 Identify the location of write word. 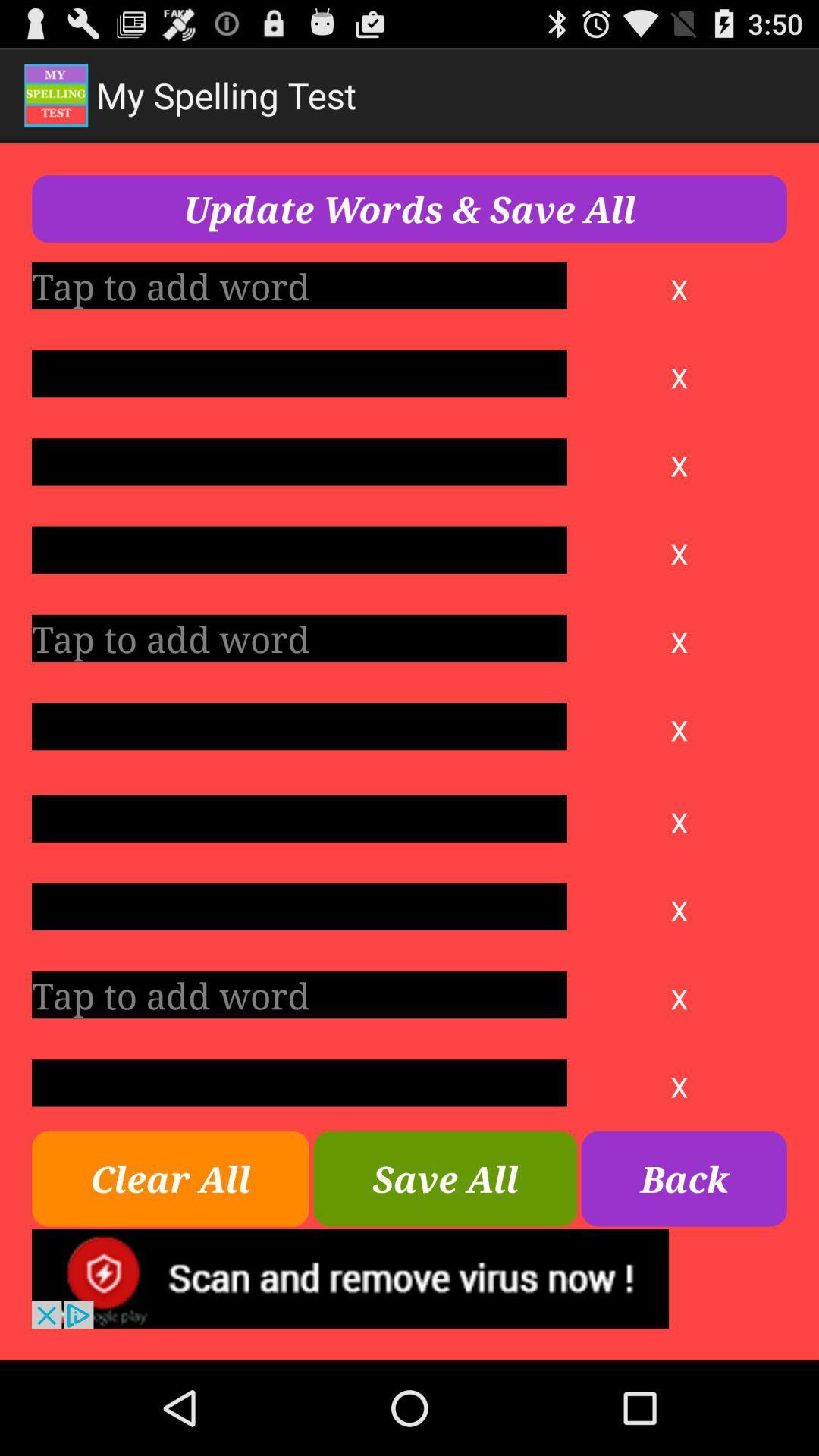
(299, 461).